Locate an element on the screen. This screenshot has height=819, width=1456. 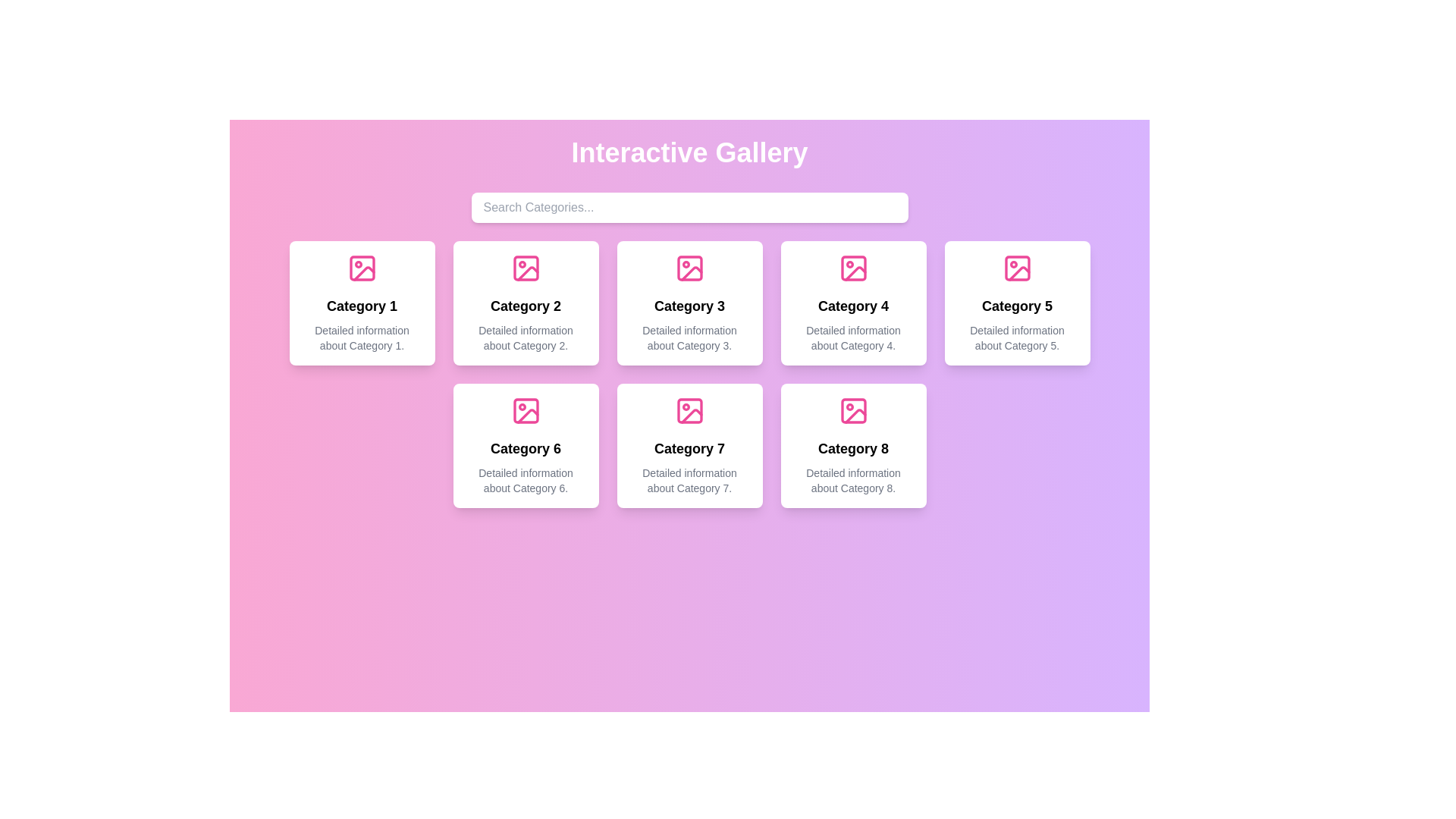
static text element containing 'Detailed information about Category 2.' located below the title 'Category 2' within the card in the grid layout is located at coordinates (526, 337).